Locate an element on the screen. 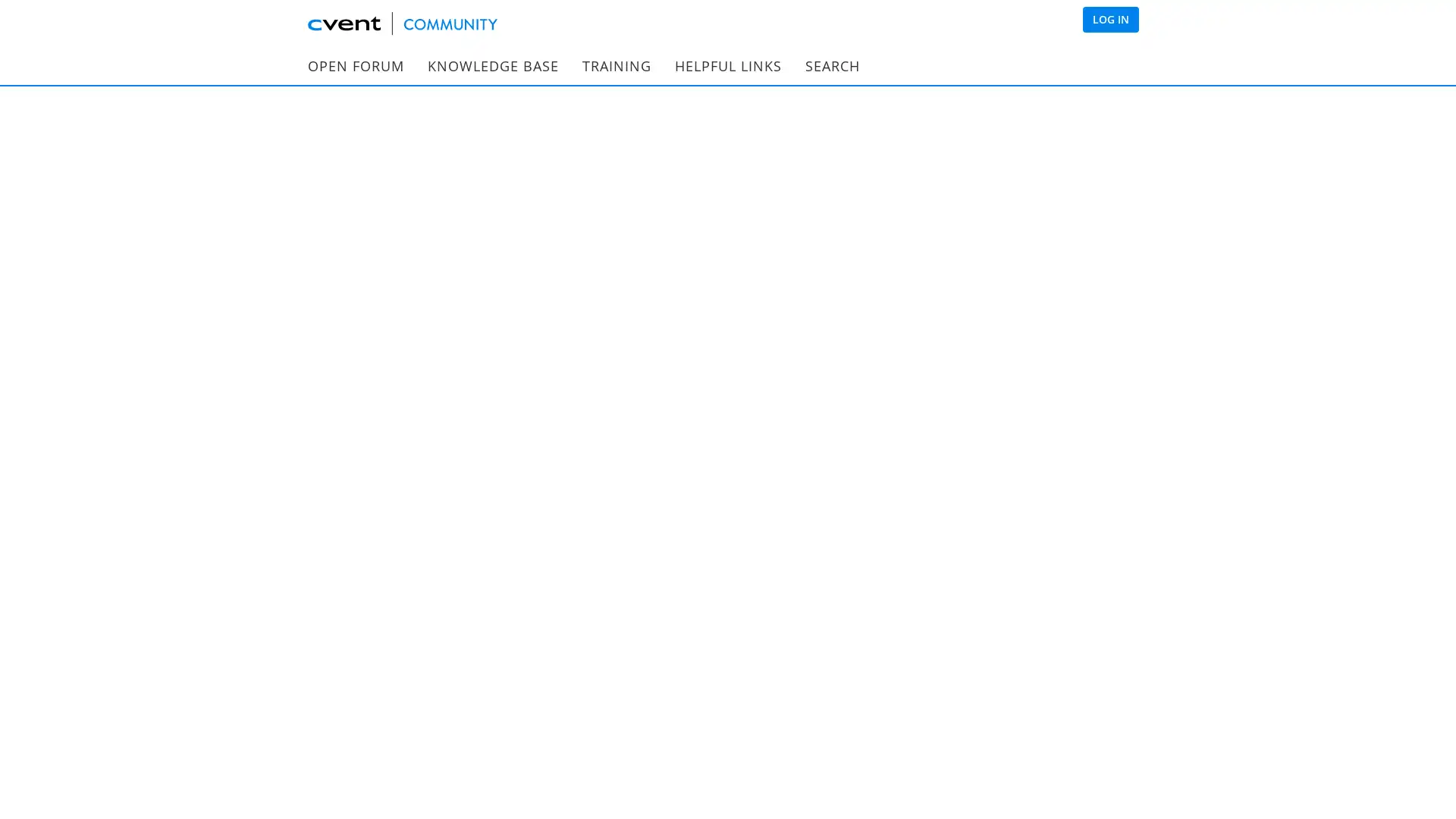 This screenshot has height=819, width=1456. Search is located at coordinates (1033, 124).